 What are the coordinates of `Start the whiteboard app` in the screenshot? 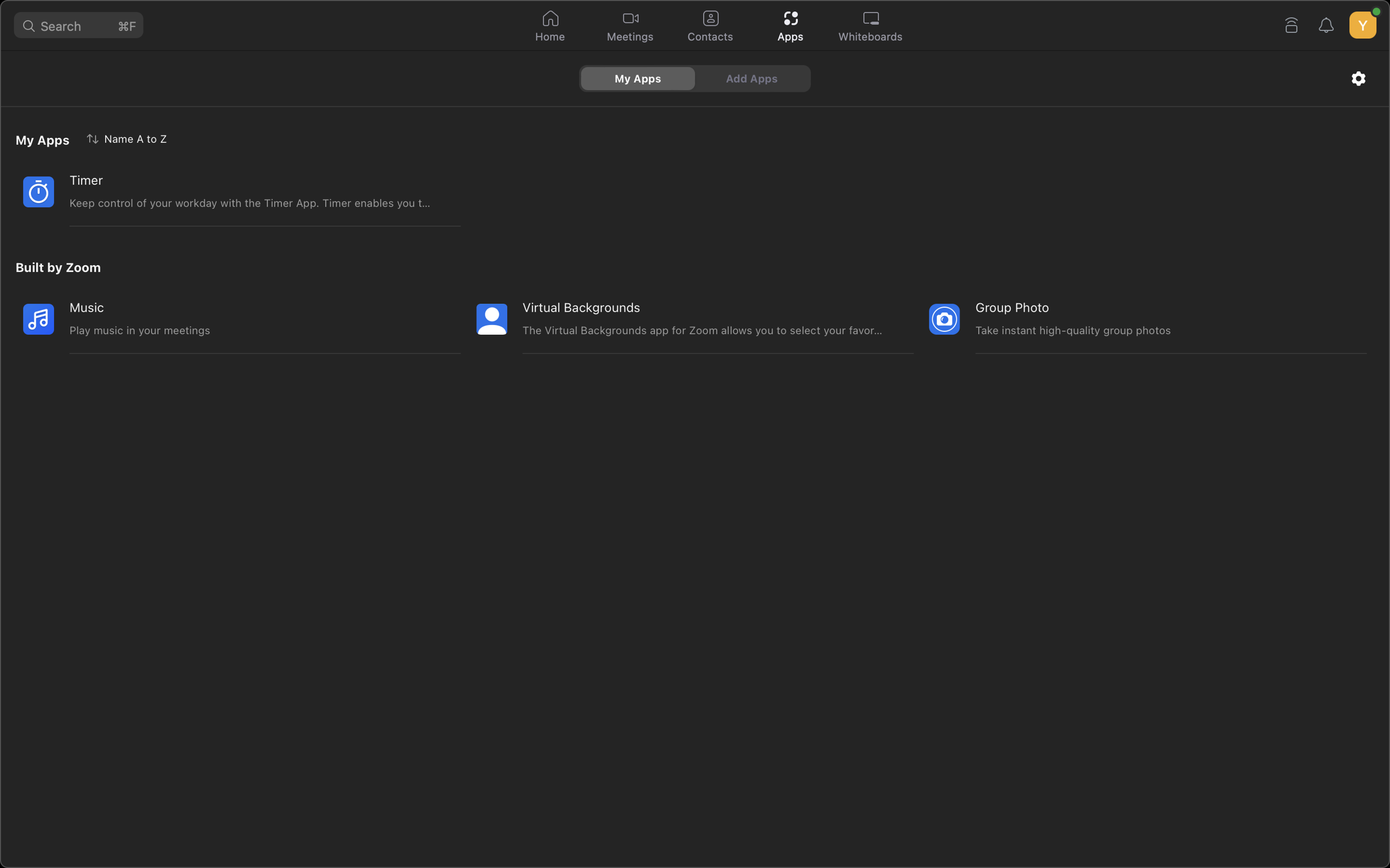 It's located at (871, 26).